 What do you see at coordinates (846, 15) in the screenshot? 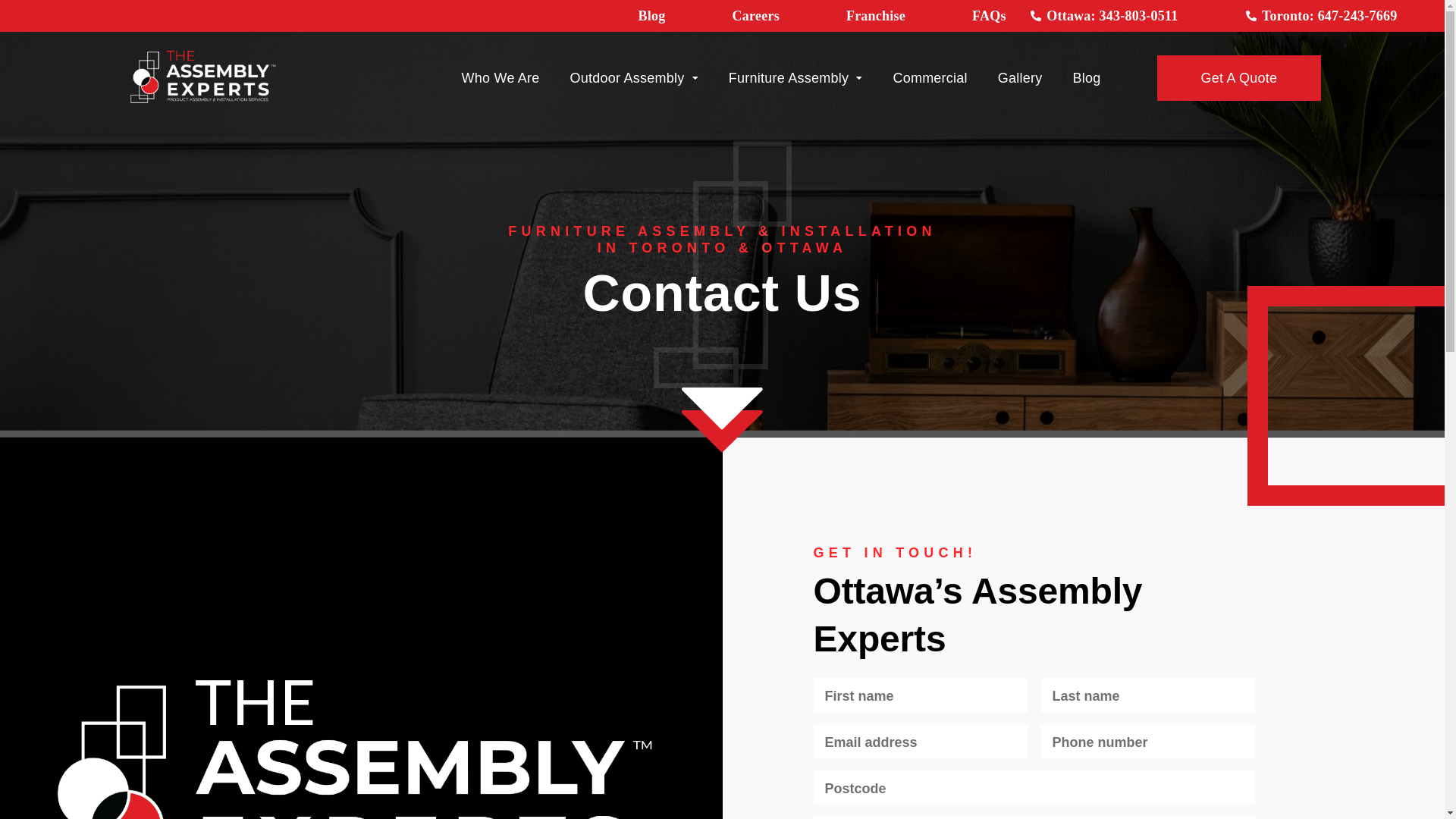
I see `'Franchise'` at bounding box center [846, 15].